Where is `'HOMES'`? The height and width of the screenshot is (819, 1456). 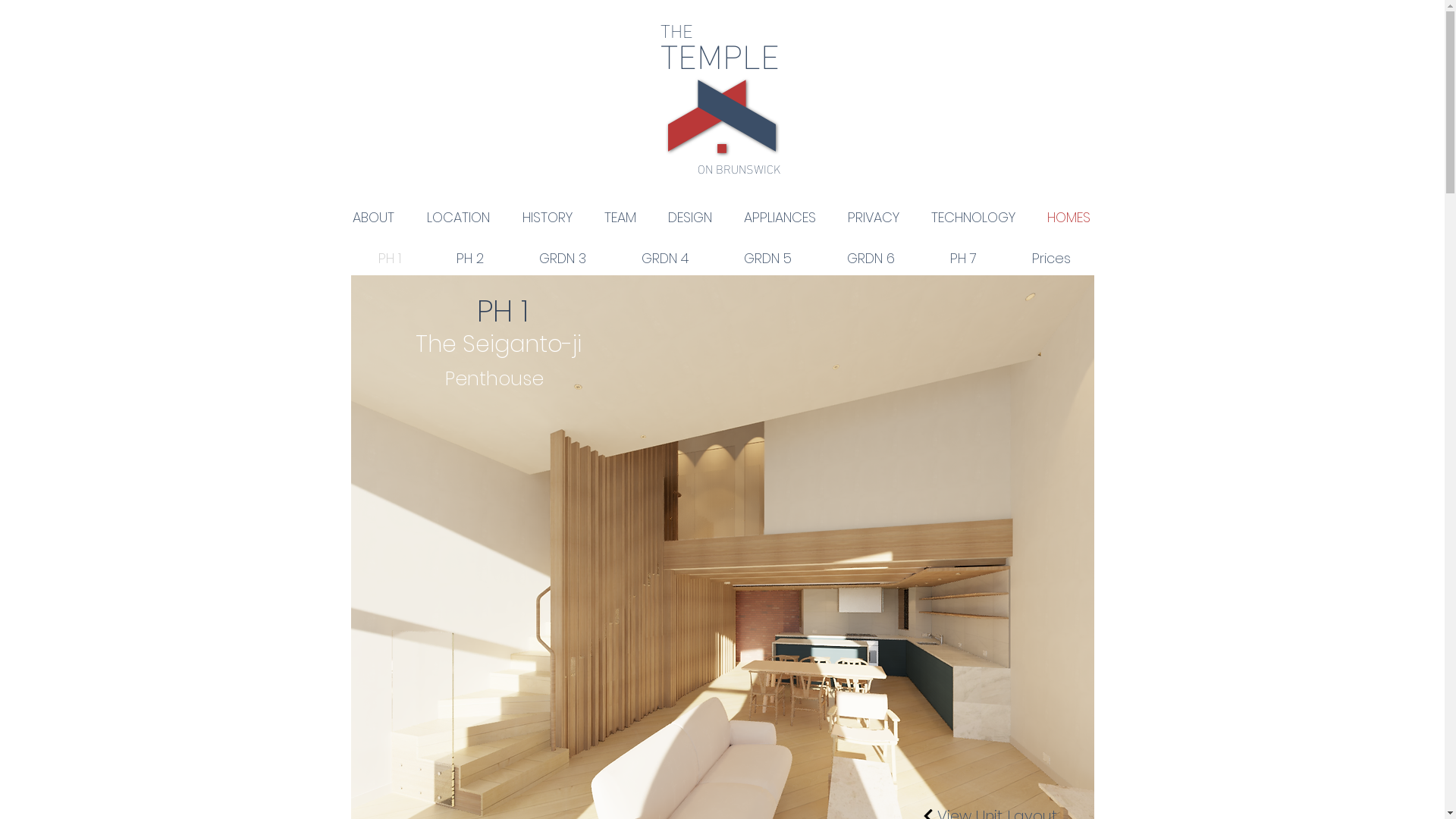
'HOMES' is located at coordinates (1031, 217).